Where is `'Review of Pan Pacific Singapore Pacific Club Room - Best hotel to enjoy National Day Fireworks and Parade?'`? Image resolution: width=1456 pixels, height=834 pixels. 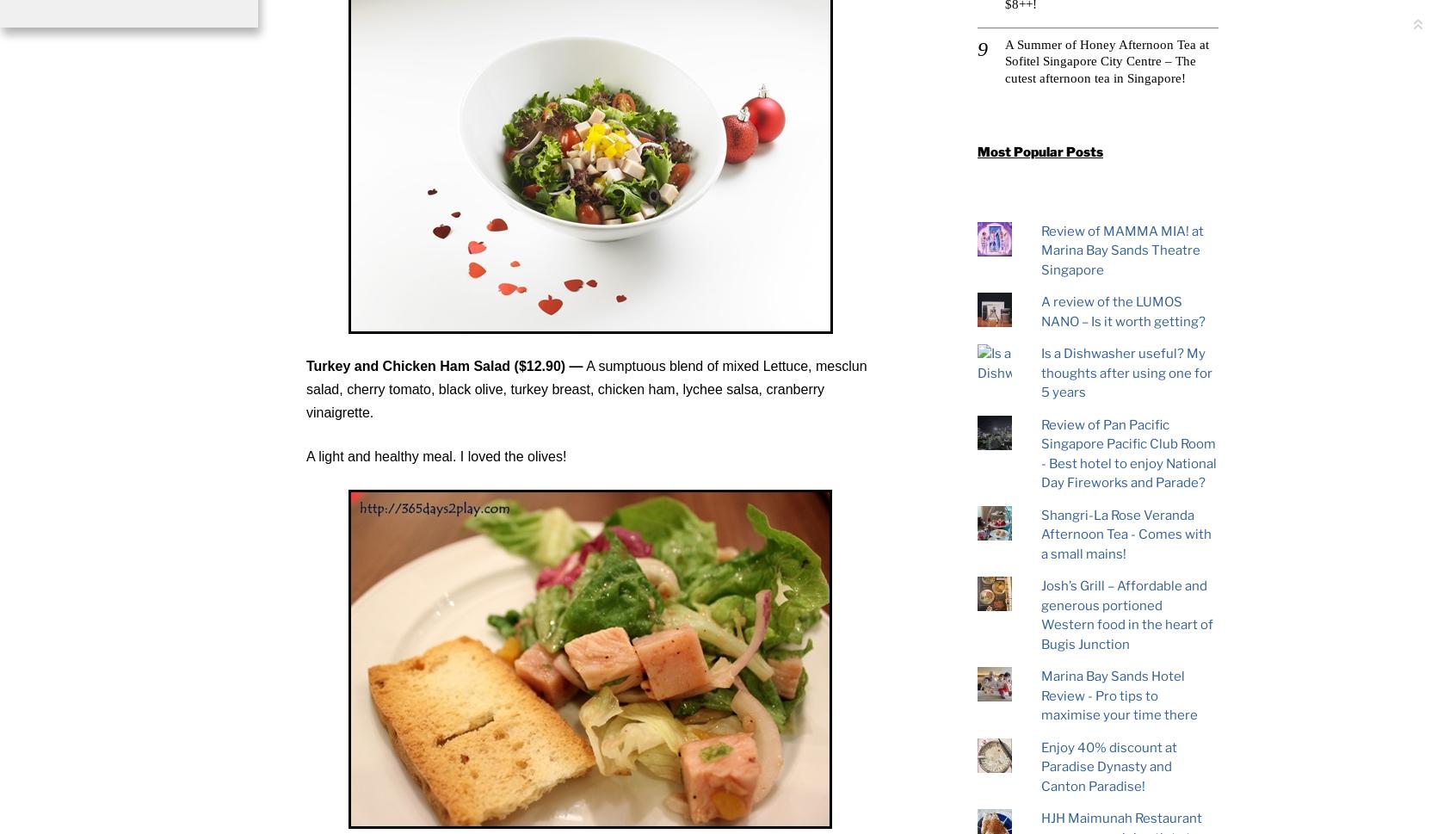 'Review of Pan Pacific Singapore Pacific Club Room - Best hotel to enjoy National Day Fireworks and Parade?' is located at coordinates (1040, 453).